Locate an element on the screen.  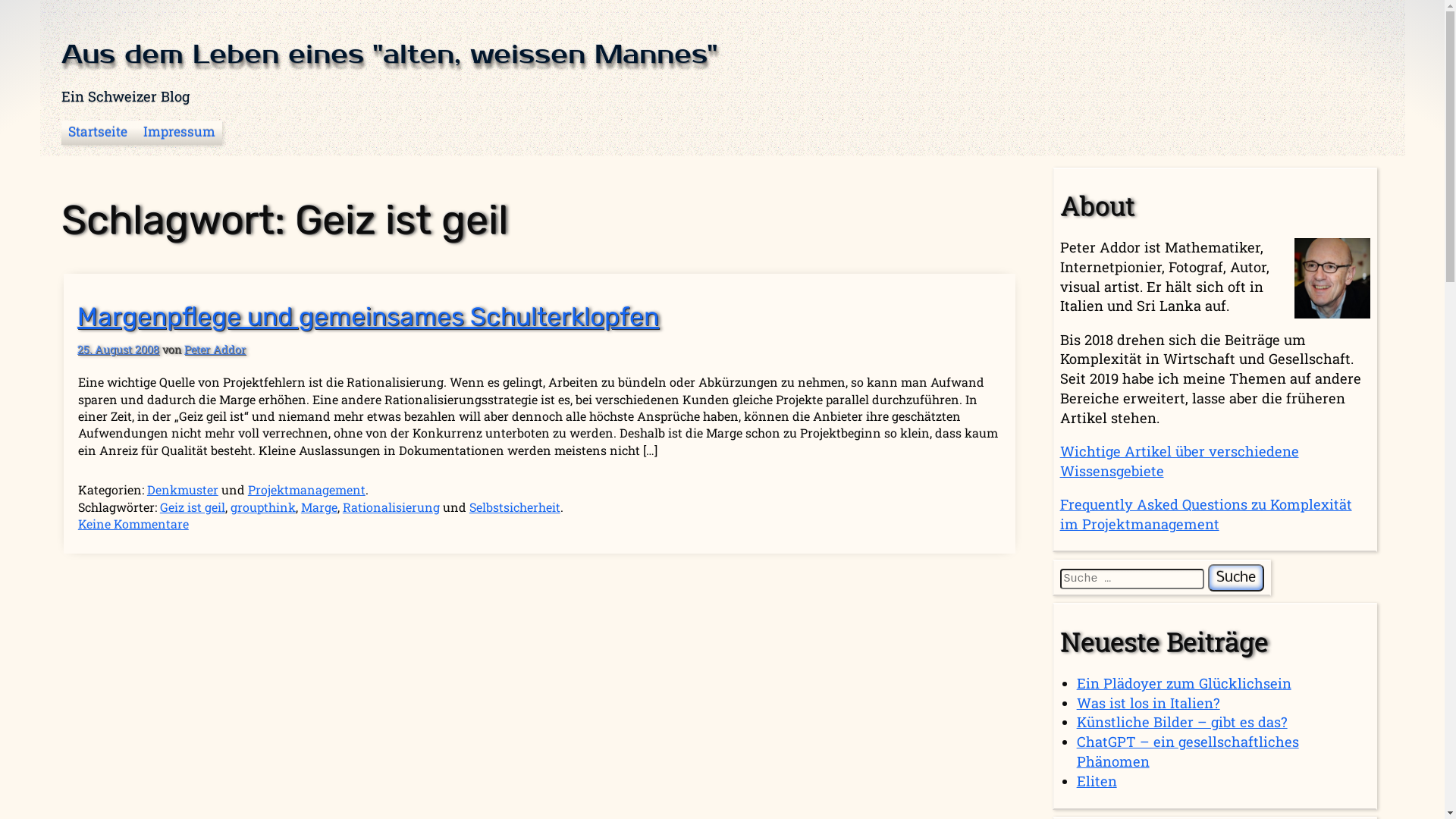
'Peter Addor' is located at coordinates (214, 349).